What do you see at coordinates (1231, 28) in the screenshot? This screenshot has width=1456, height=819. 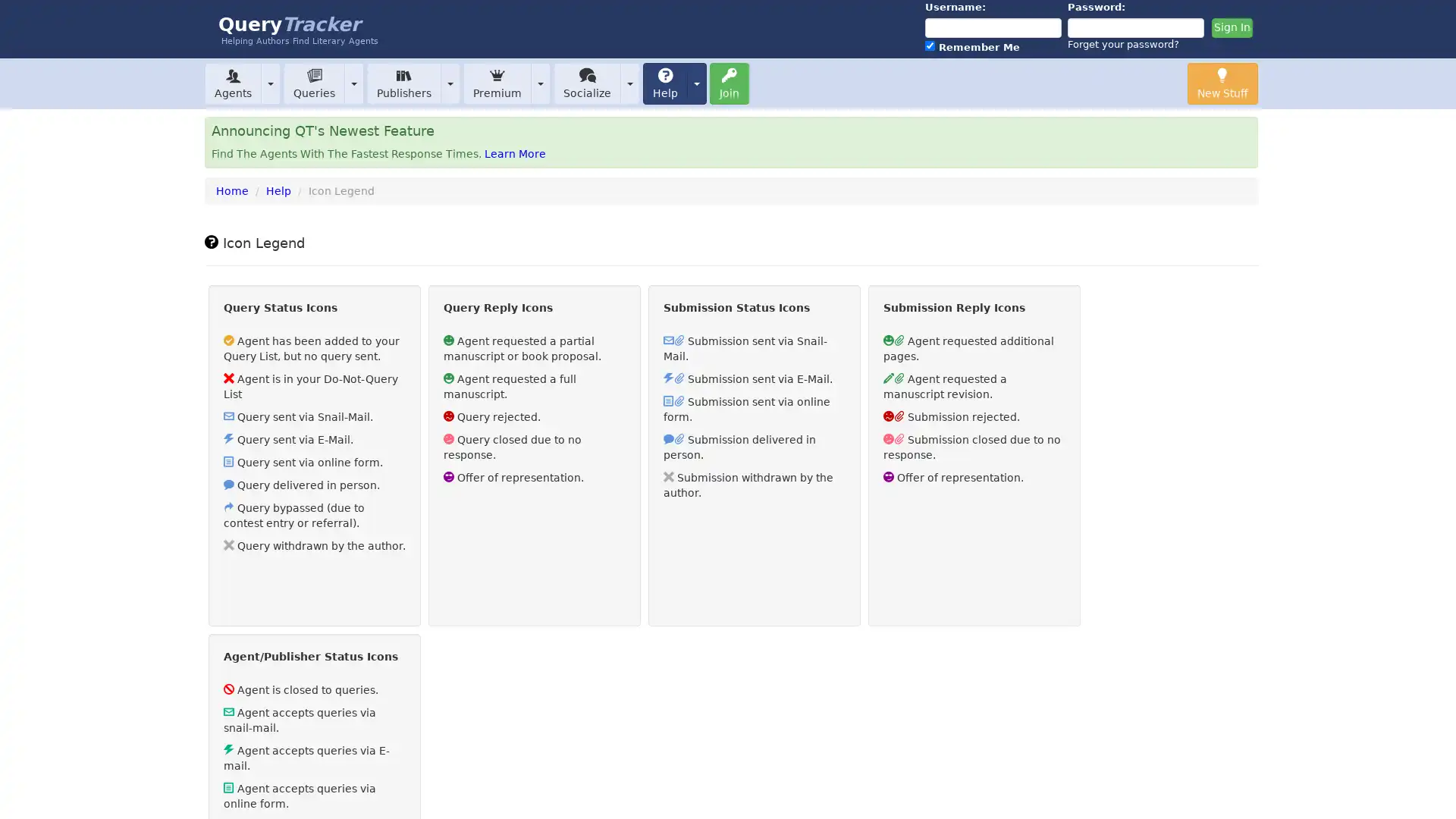 I see `Sign In` at bounding box center [1231, 28].